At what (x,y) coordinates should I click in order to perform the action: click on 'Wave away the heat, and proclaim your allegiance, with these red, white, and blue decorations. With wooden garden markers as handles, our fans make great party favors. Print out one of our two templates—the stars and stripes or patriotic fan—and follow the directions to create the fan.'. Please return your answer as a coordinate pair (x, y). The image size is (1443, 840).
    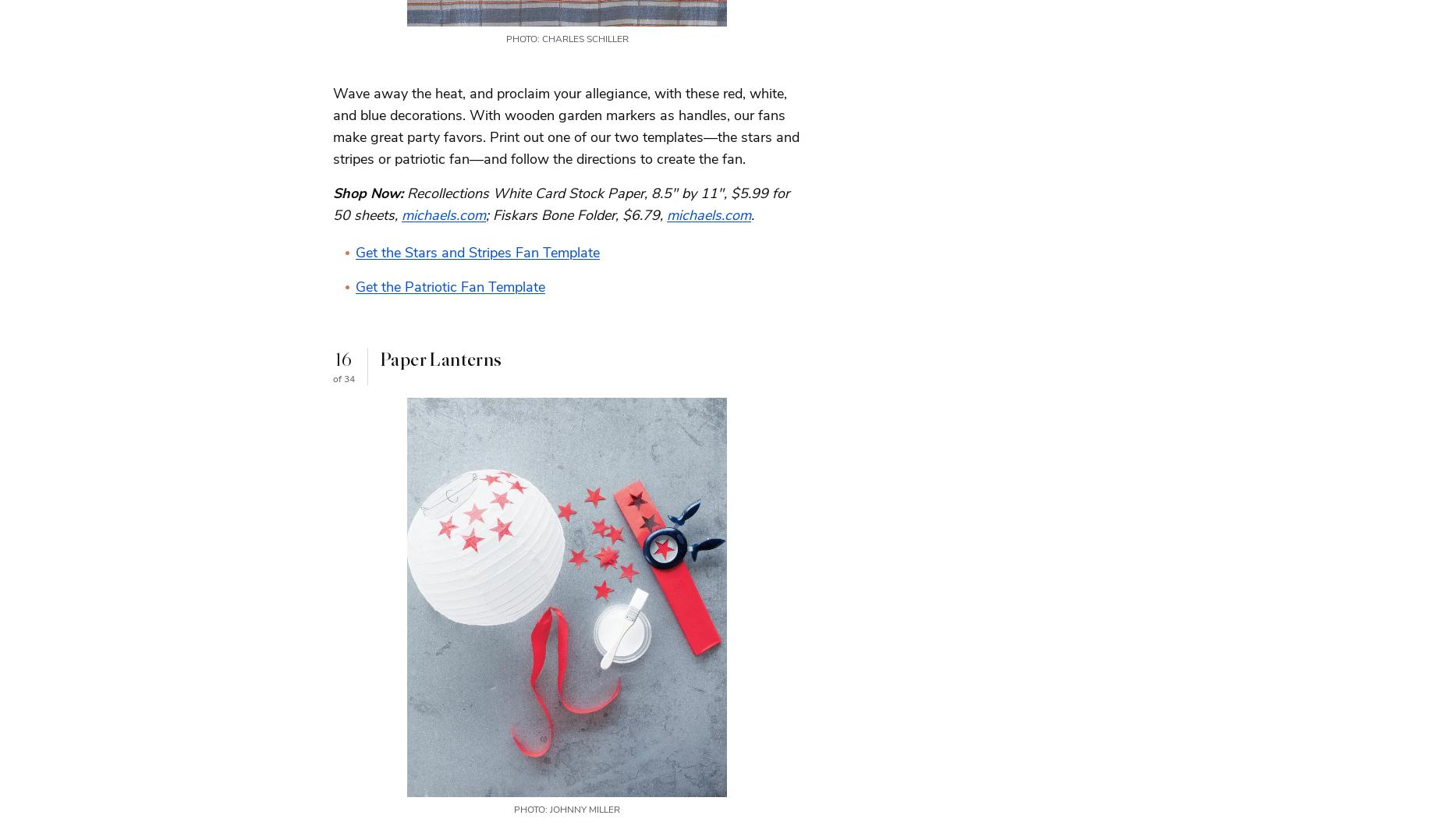
    Looking at the image, I should click on (331, 126).